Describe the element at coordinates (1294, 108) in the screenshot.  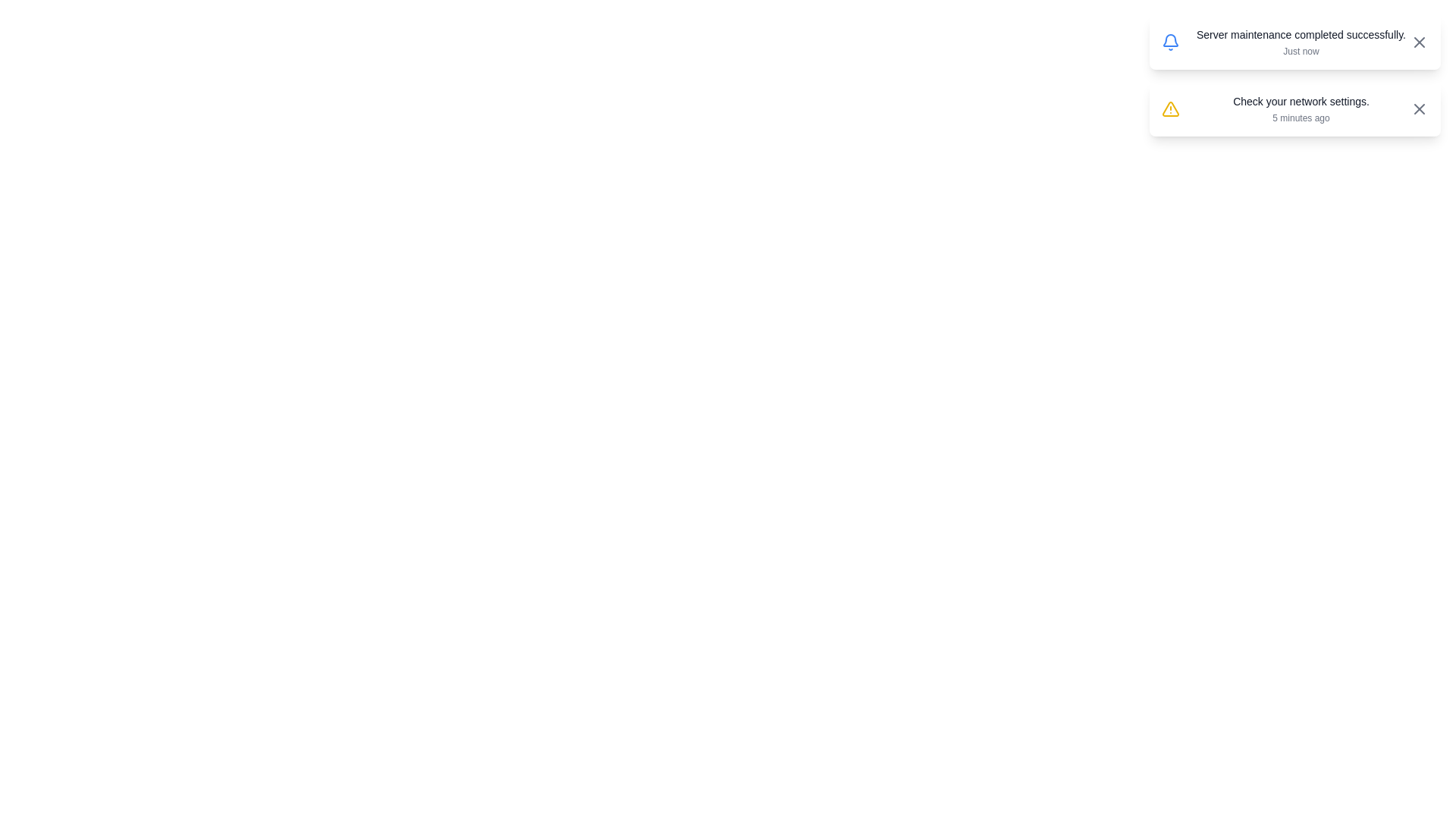
I see `the alert with message 'Check your network settings.'` at that location.